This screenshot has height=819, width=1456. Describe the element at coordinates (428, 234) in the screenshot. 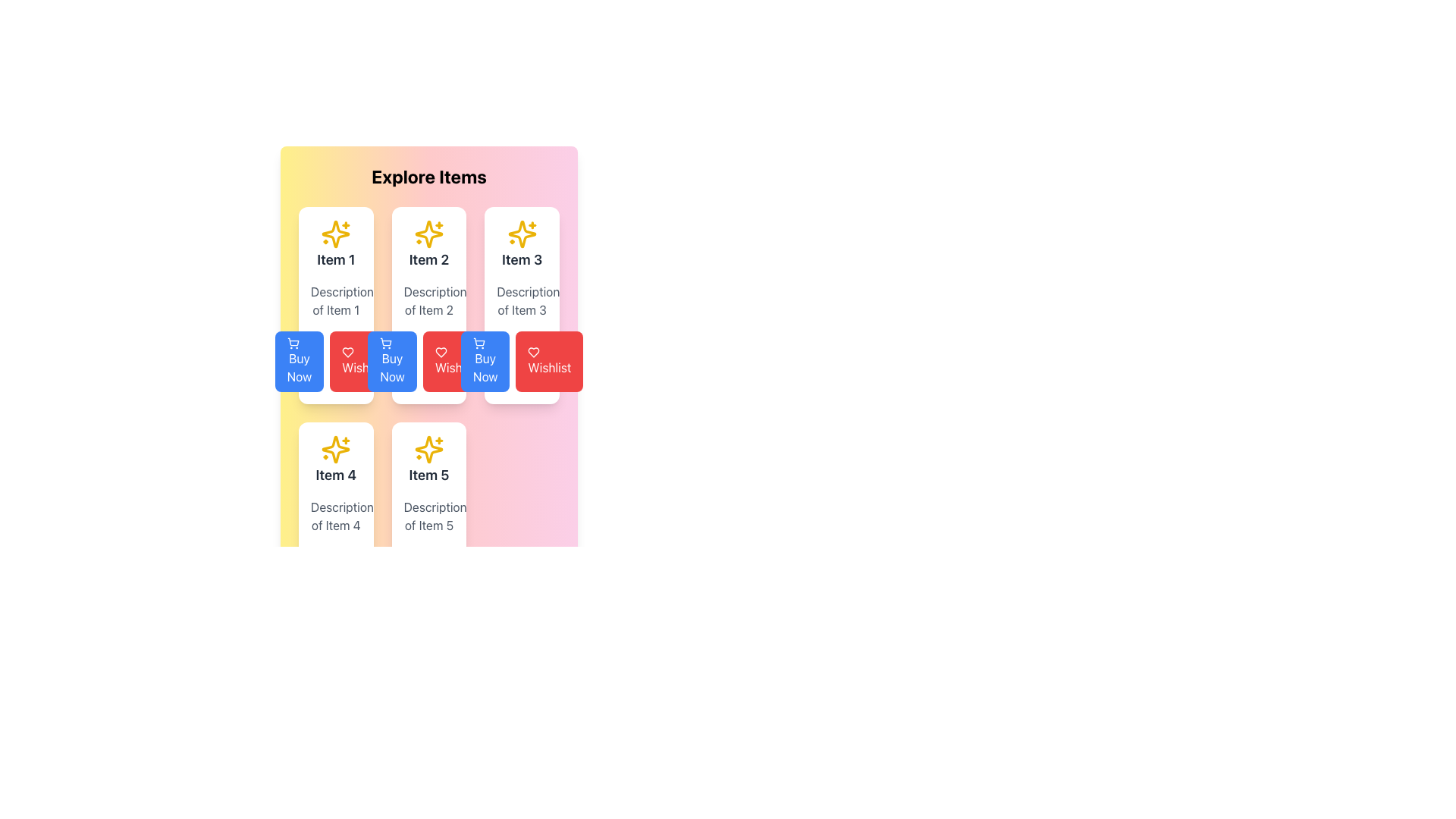

I see `the decorative icon representing 'Item 2' positioned in the top region of its box` at that location.